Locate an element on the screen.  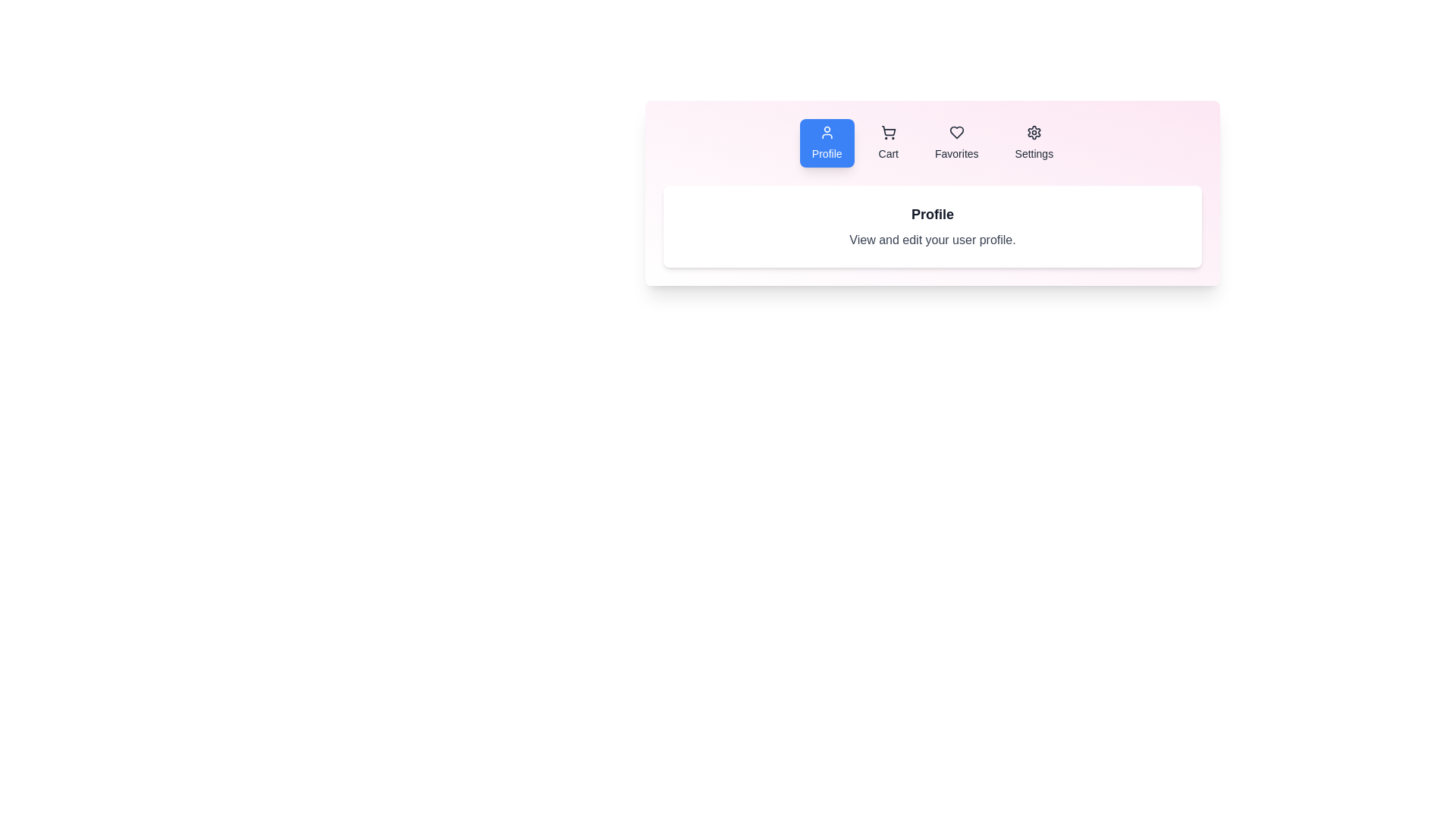
the tab labeled Cart to view its content is located at coordinates (888, 143).